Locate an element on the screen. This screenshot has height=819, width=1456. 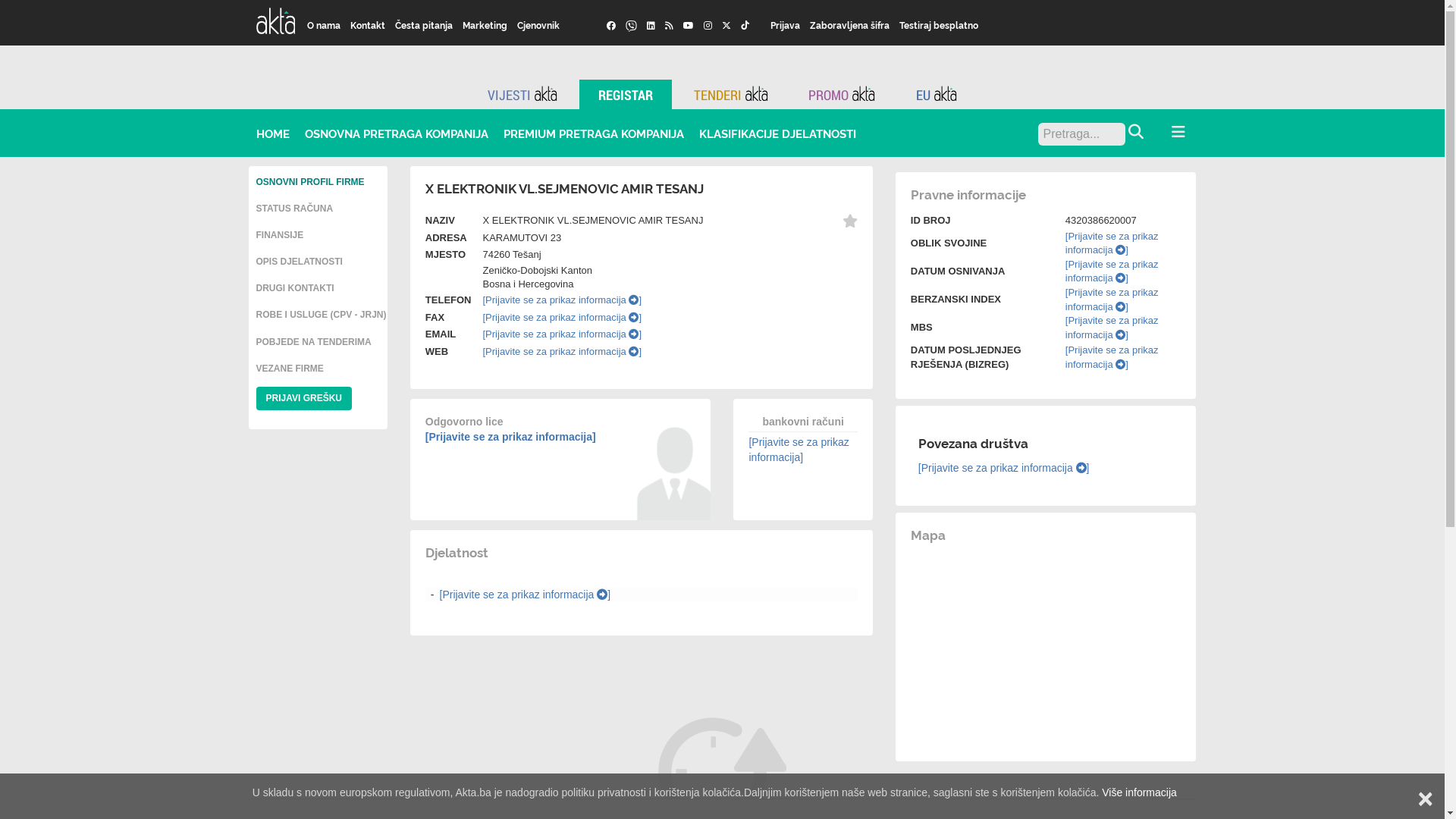
'OSNOVNA PRETRAGA KOMPANIJA' is located at coordinates (397, 133).